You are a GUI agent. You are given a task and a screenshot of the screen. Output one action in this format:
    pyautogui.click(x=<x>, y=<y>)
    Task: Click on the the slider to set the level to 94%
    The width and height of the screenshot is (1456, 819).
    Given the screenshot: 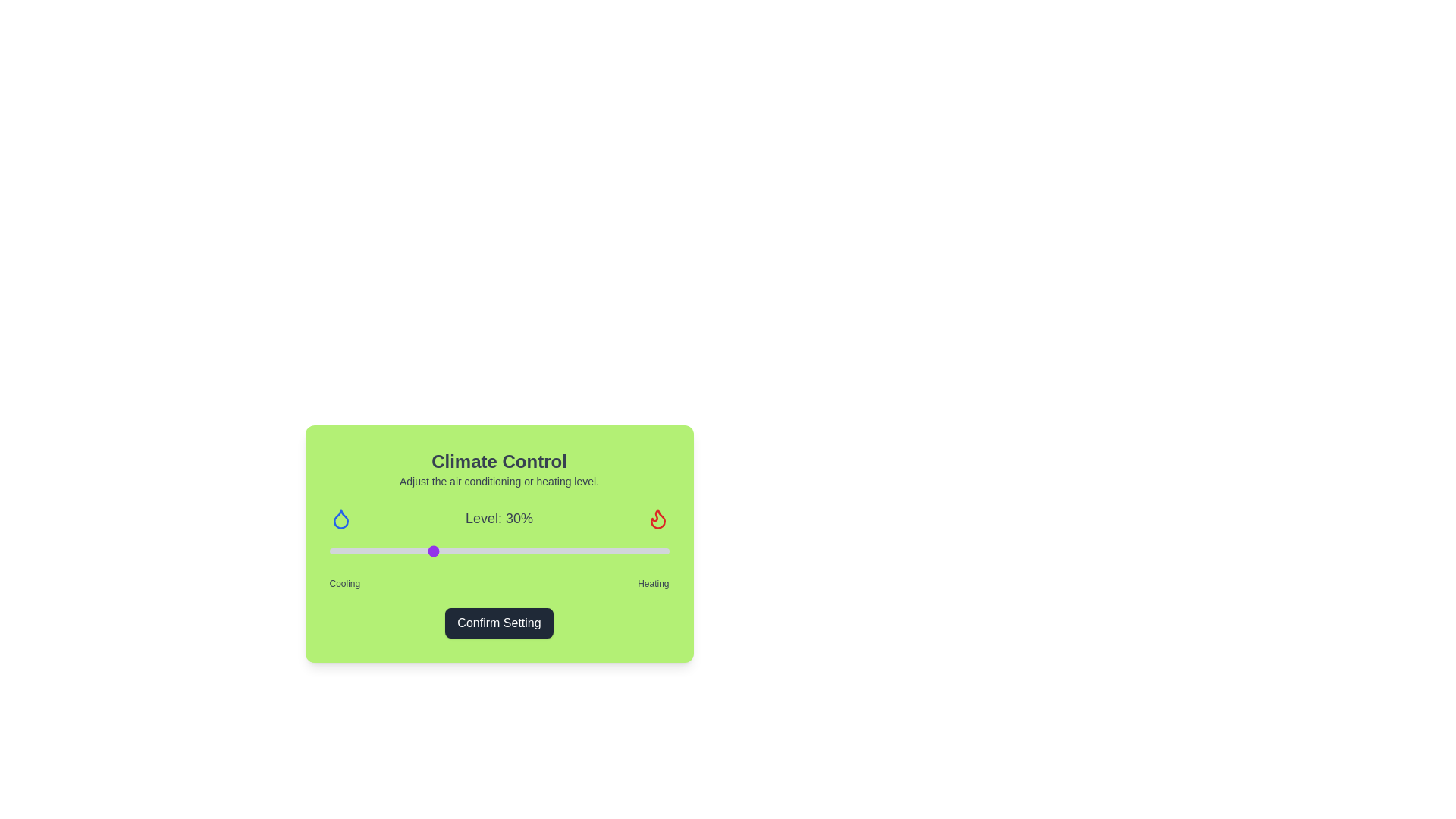 What is the action you would take?
    pyautogui.click(x=648, y=551)
    